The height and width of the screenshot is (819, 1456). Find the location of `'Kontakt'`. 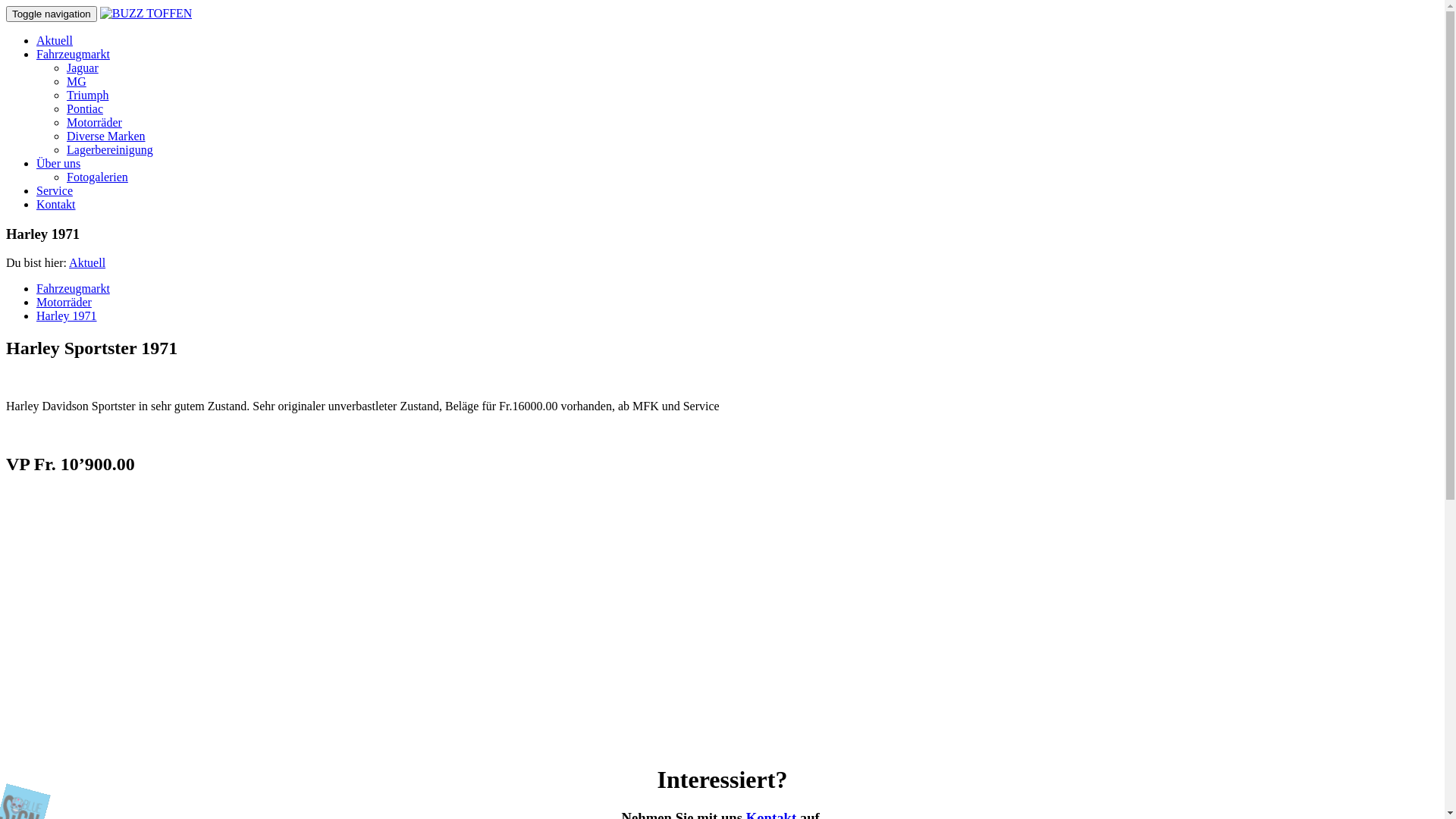

'Kontakt' is located at coordinates (55, 203).